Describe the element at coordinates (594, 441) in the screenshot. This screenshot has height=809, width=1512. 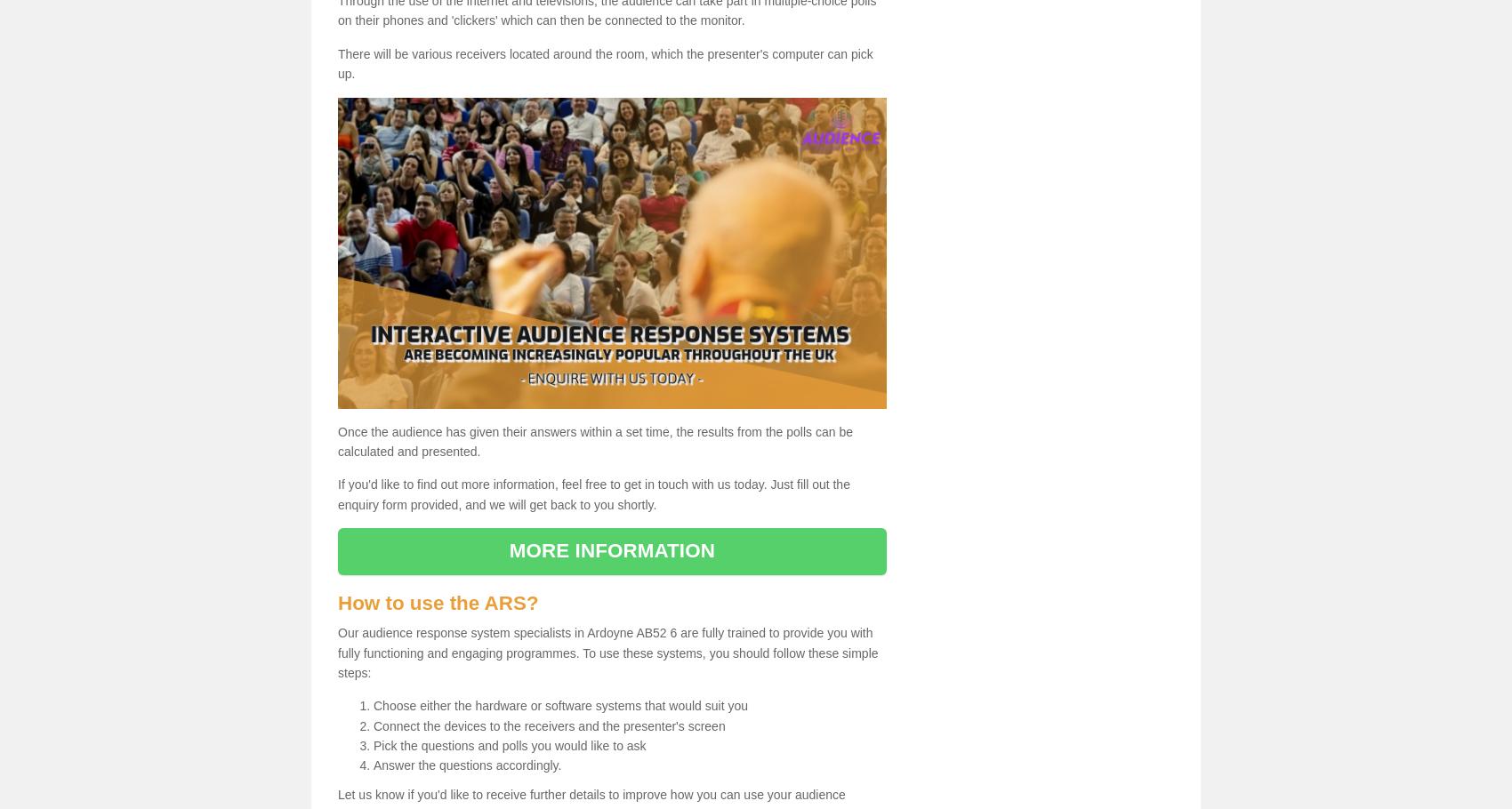
I see `'Once the audience has given their answers within a set time, the results from the polls can be calculated and presented.'` at that location.